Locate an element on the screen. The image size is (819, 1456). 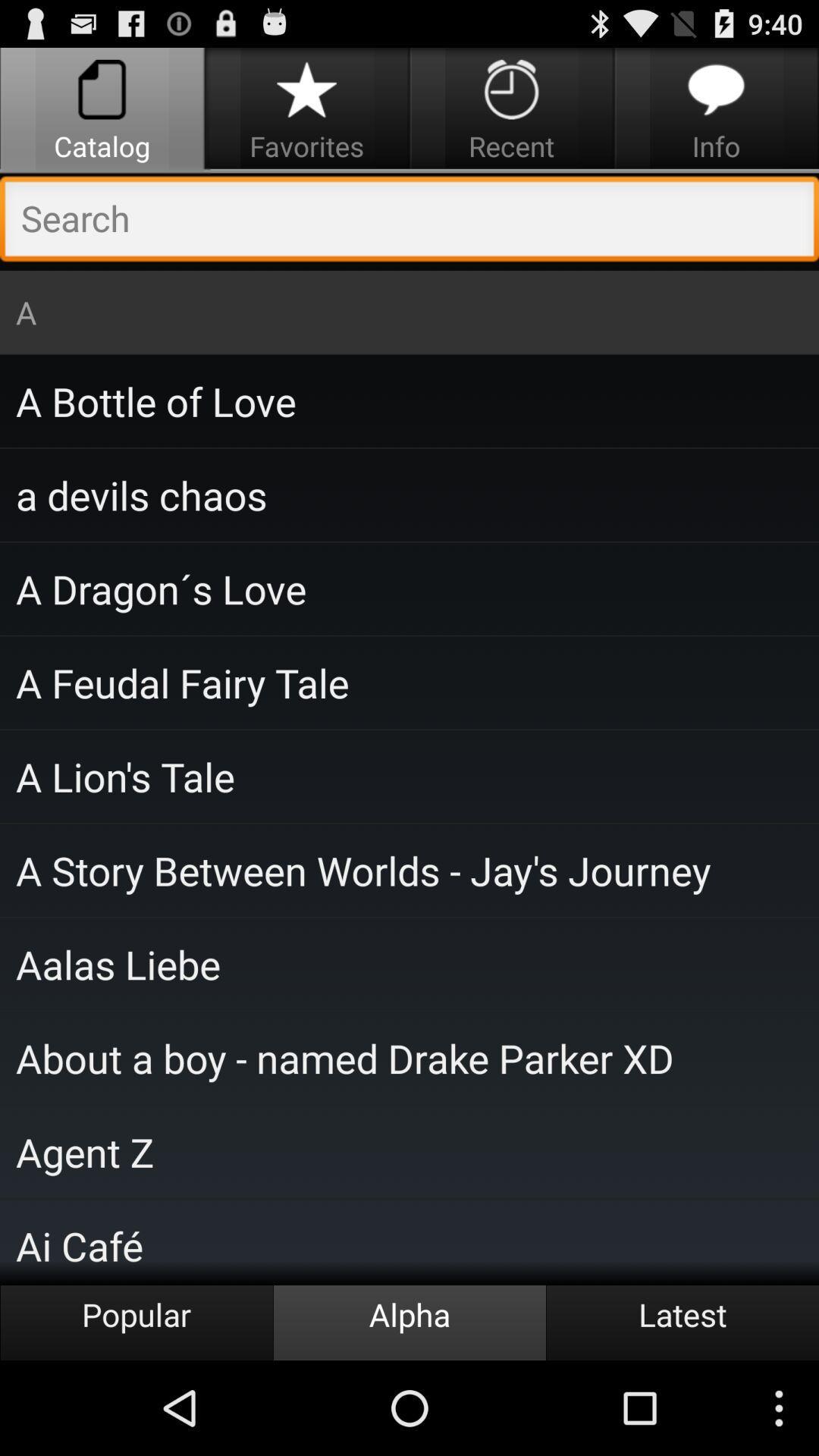
aalas liebe icon is located at coordinates (409, 963).